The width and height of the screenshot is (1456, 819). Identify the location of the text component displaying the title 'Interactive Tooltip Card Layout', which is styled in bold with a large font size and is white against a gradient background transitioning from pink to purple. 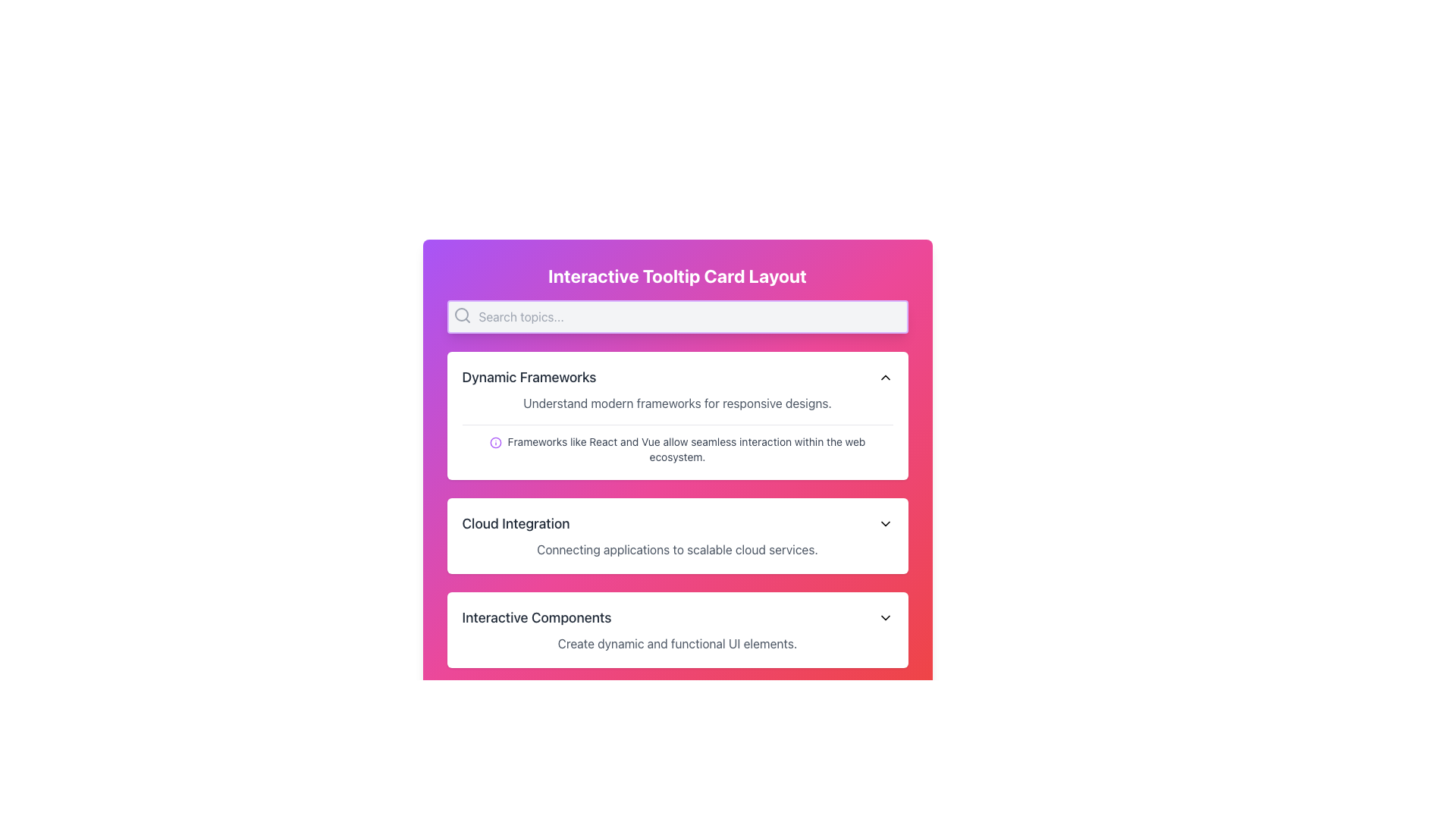
(676, 275).